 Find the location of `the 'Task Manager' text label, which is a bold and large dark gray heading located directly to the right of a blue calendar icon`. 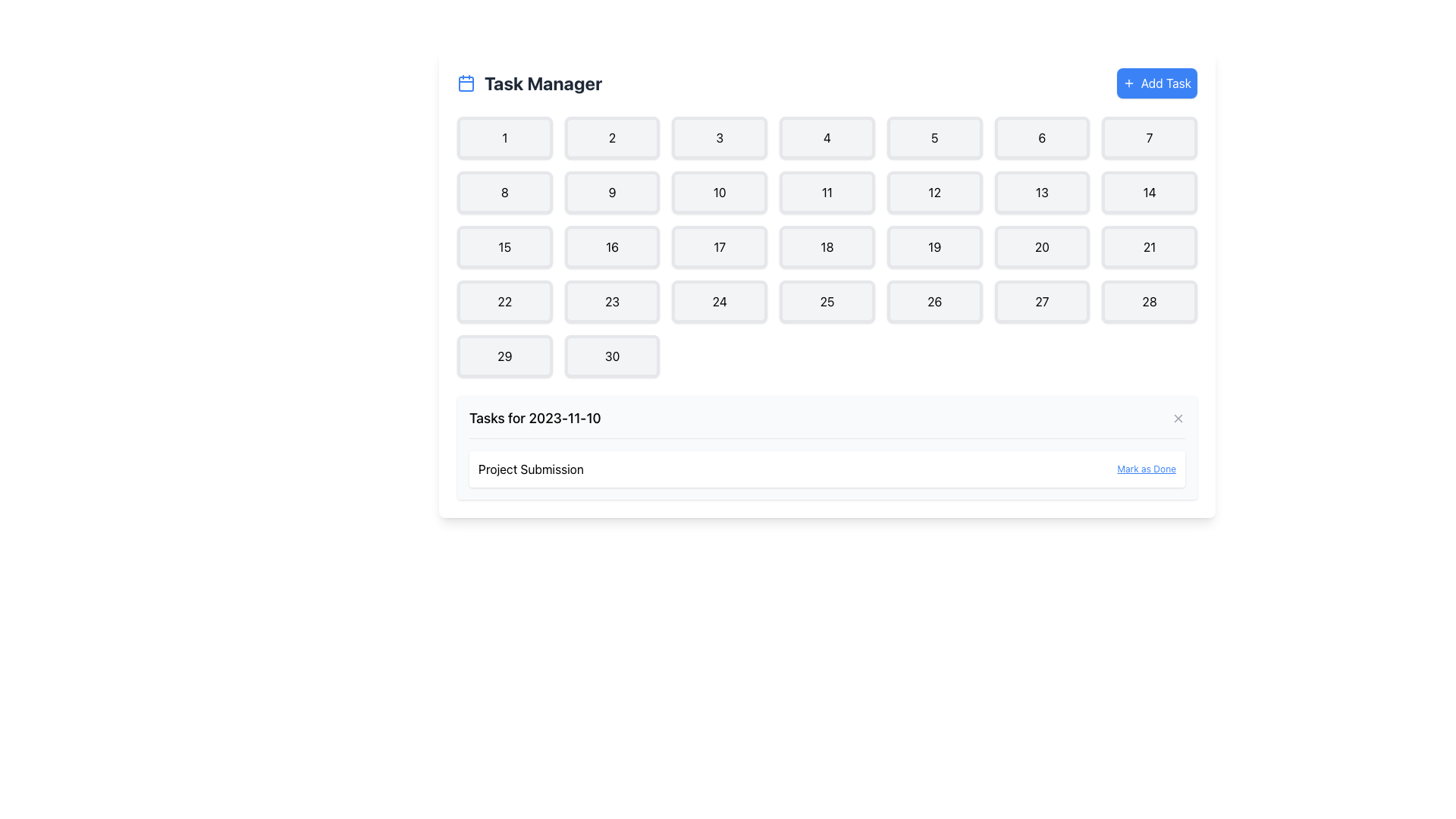

the 'Task Manager' text label, which is a bold and large dark gray heading located directly to the right of a blue calendar icon is located at coordinates (543, 83).